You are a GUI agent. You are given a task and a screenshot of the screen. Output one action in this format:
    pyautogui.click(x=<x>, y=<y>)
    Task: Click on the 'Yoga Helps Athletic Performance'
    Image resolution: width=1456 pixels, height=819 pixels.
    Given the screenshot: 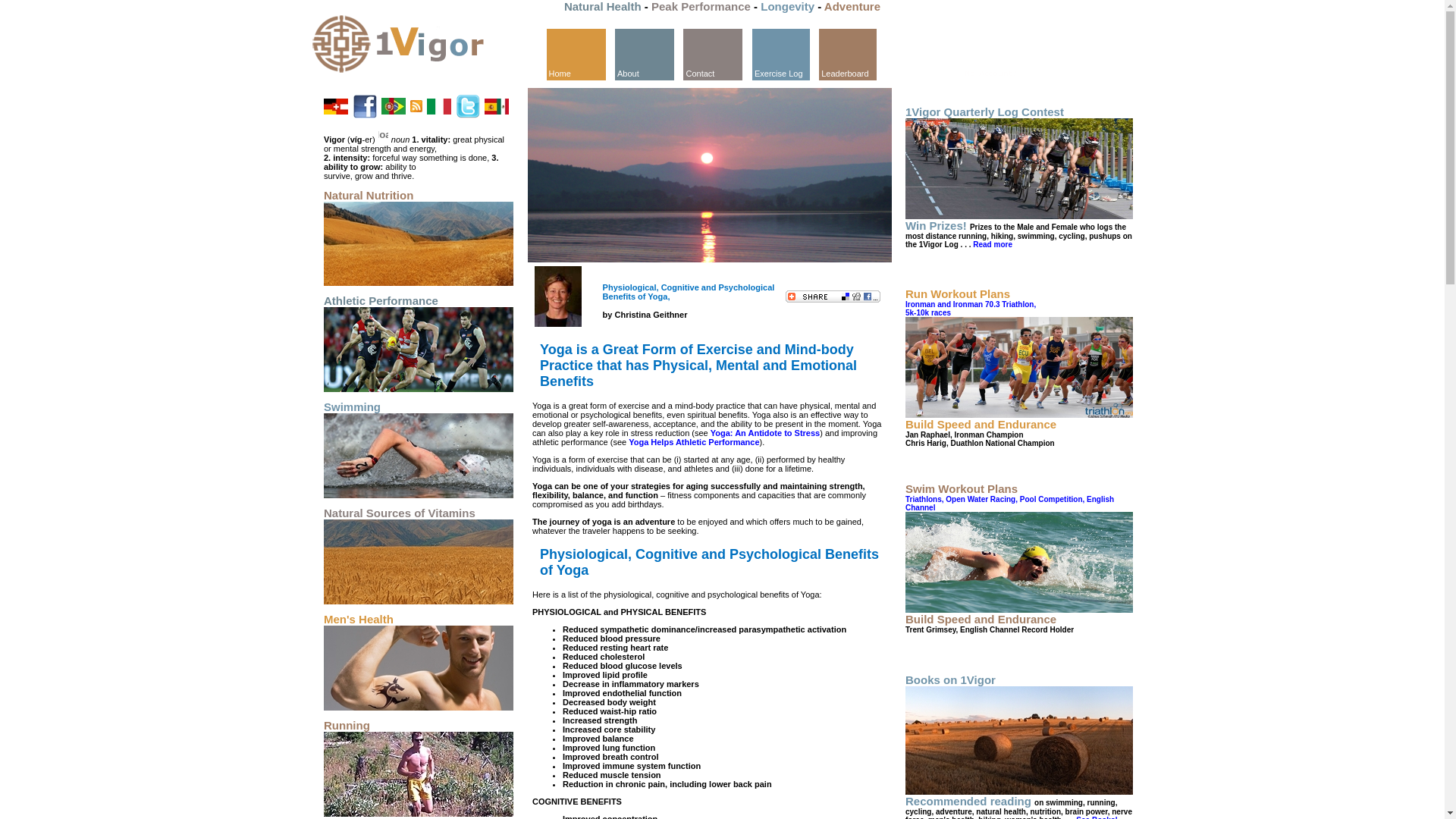 What is the action you would take?
    pyautogui.click(x=693, y=441)
    